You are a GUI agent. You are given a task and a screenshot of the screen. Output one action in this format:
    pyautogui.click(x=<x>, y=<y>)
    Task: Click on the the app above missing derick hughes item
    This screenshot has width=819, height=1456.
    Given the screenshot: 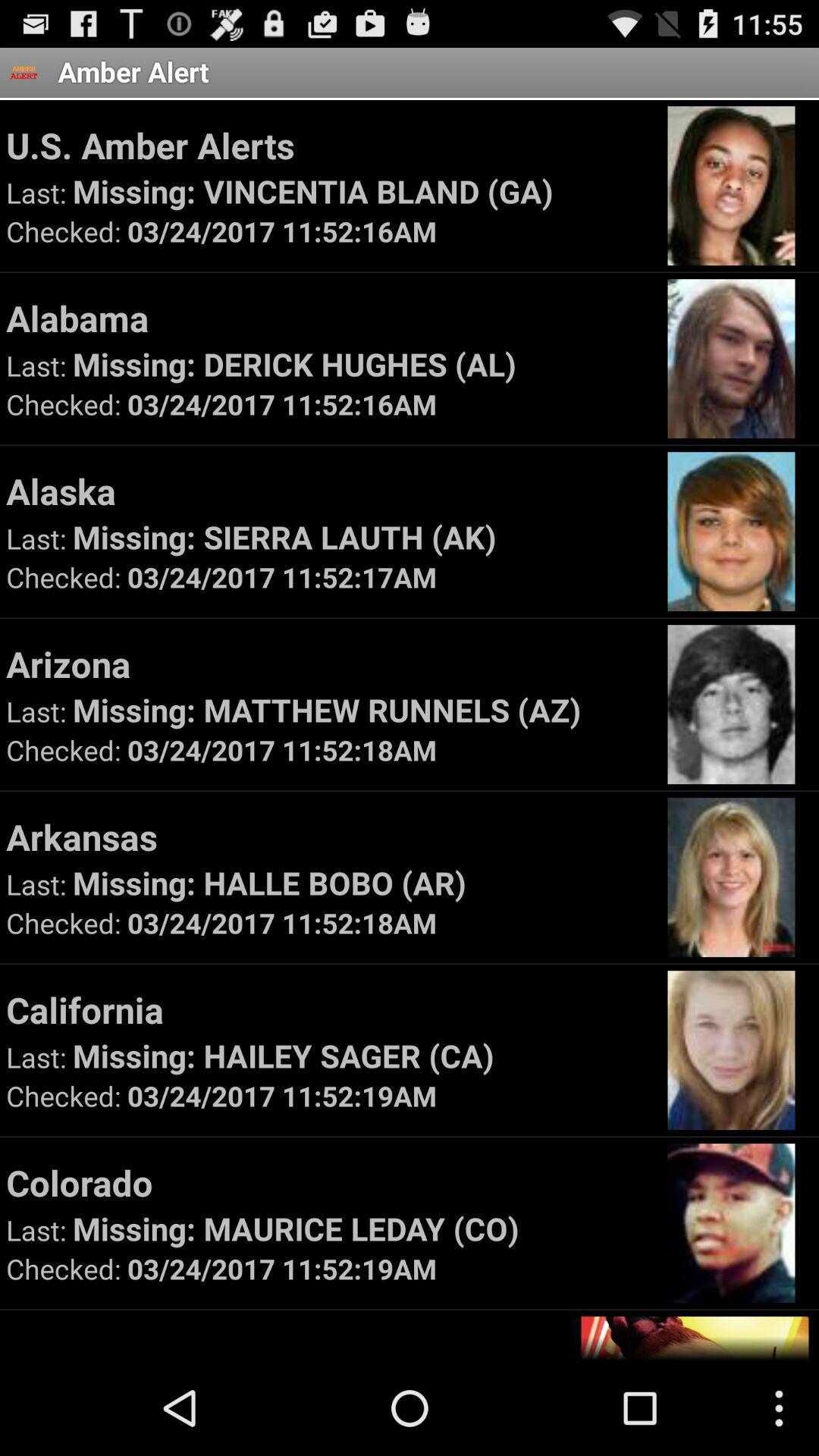 What is the action you would take?
    pyautogui.click(x=329, y=317)
    